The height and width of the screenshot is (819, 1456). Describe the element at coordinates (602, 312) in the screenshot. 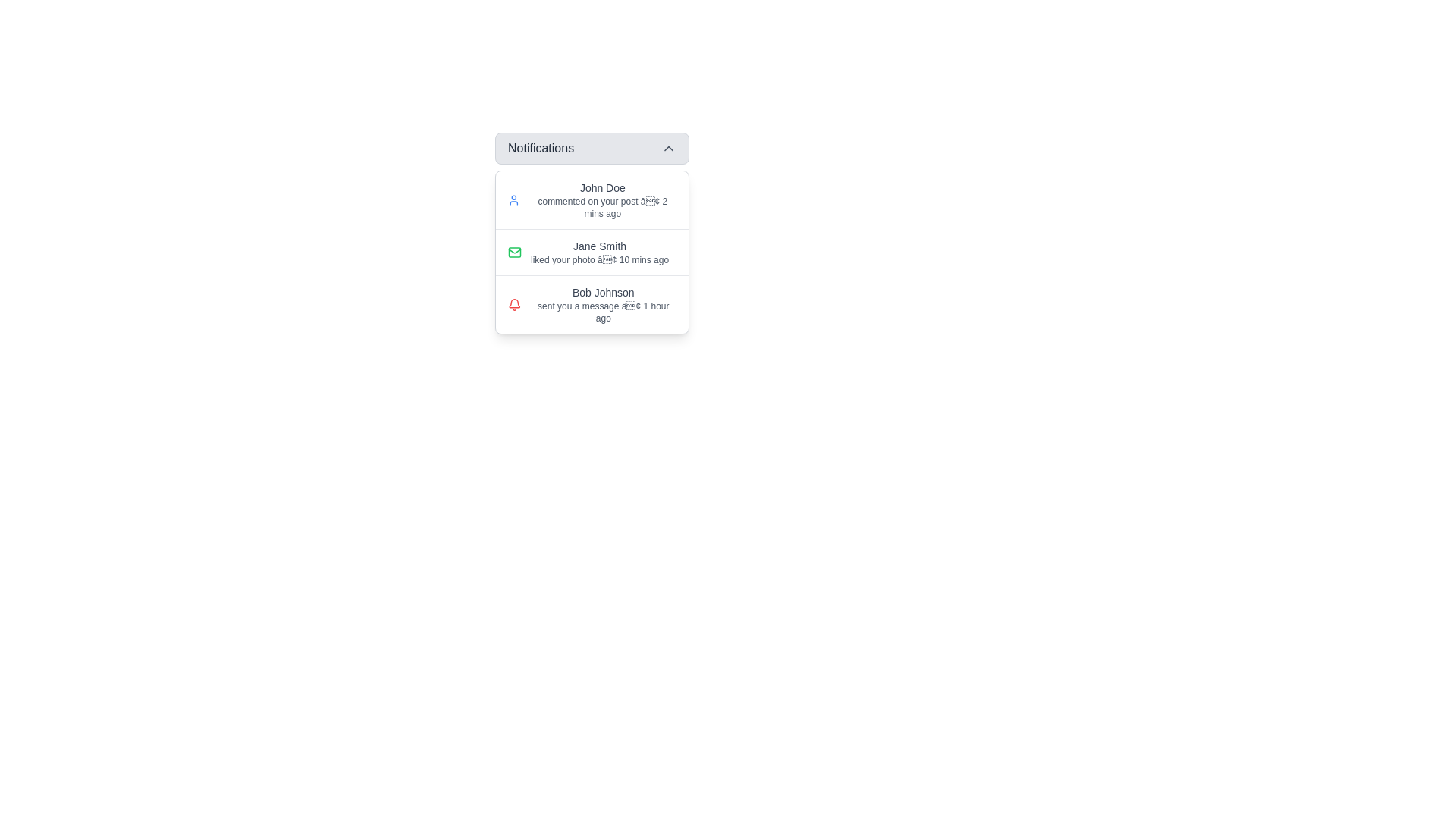

I see `text label displaying 'sent you a message • 1 hour ago' located under Bob Johnson's name in the notifications panel` at that location.